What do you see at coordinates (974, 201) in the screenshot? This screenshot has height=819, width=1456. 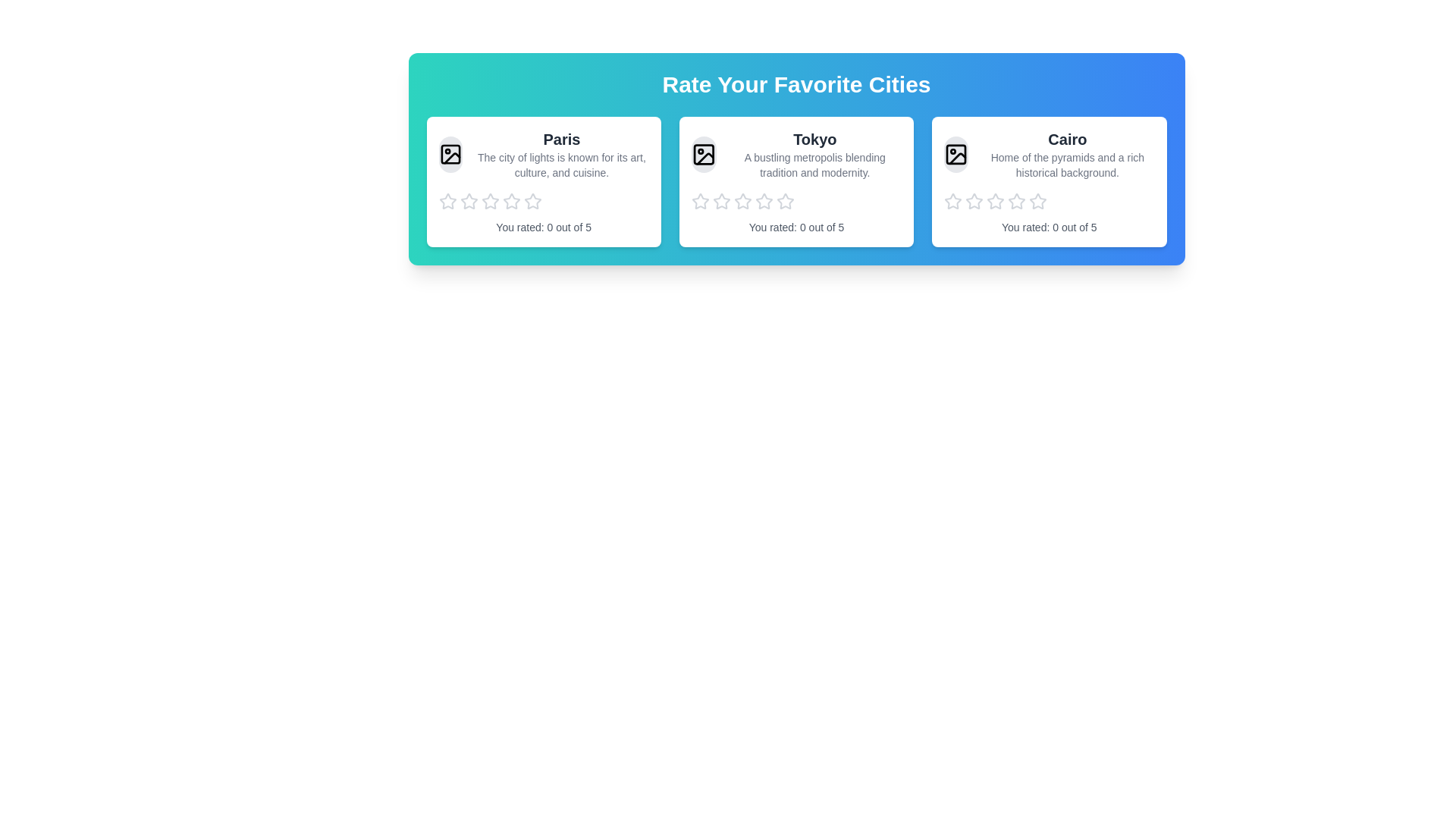 I see `the second star-shaped rating icon under the title 'Cairo' for keyboard interaction` at bounding box center [974, 201].